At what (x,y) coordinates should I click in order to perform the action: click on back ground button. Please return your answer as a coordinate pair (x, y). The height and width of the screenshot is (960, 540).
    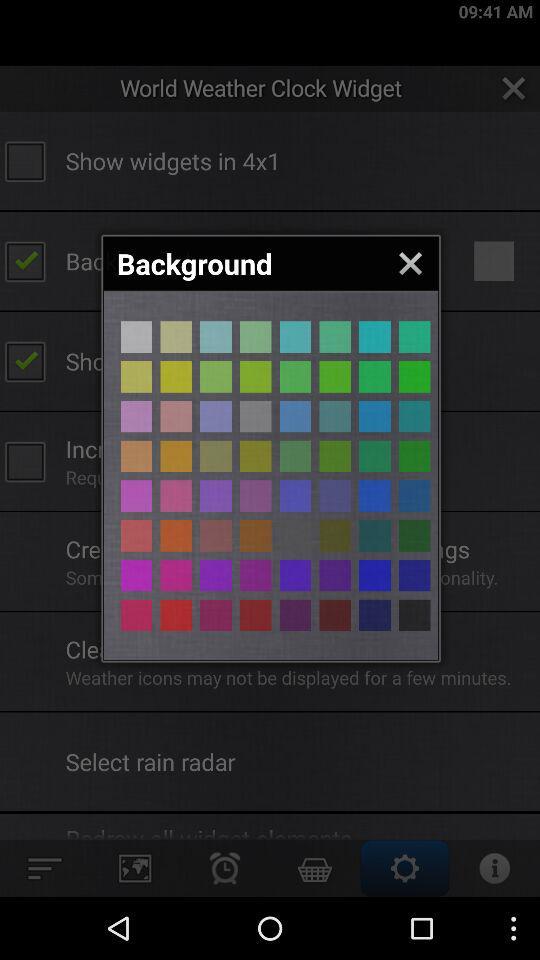
    Looking at the image, I should click on (335, 495).